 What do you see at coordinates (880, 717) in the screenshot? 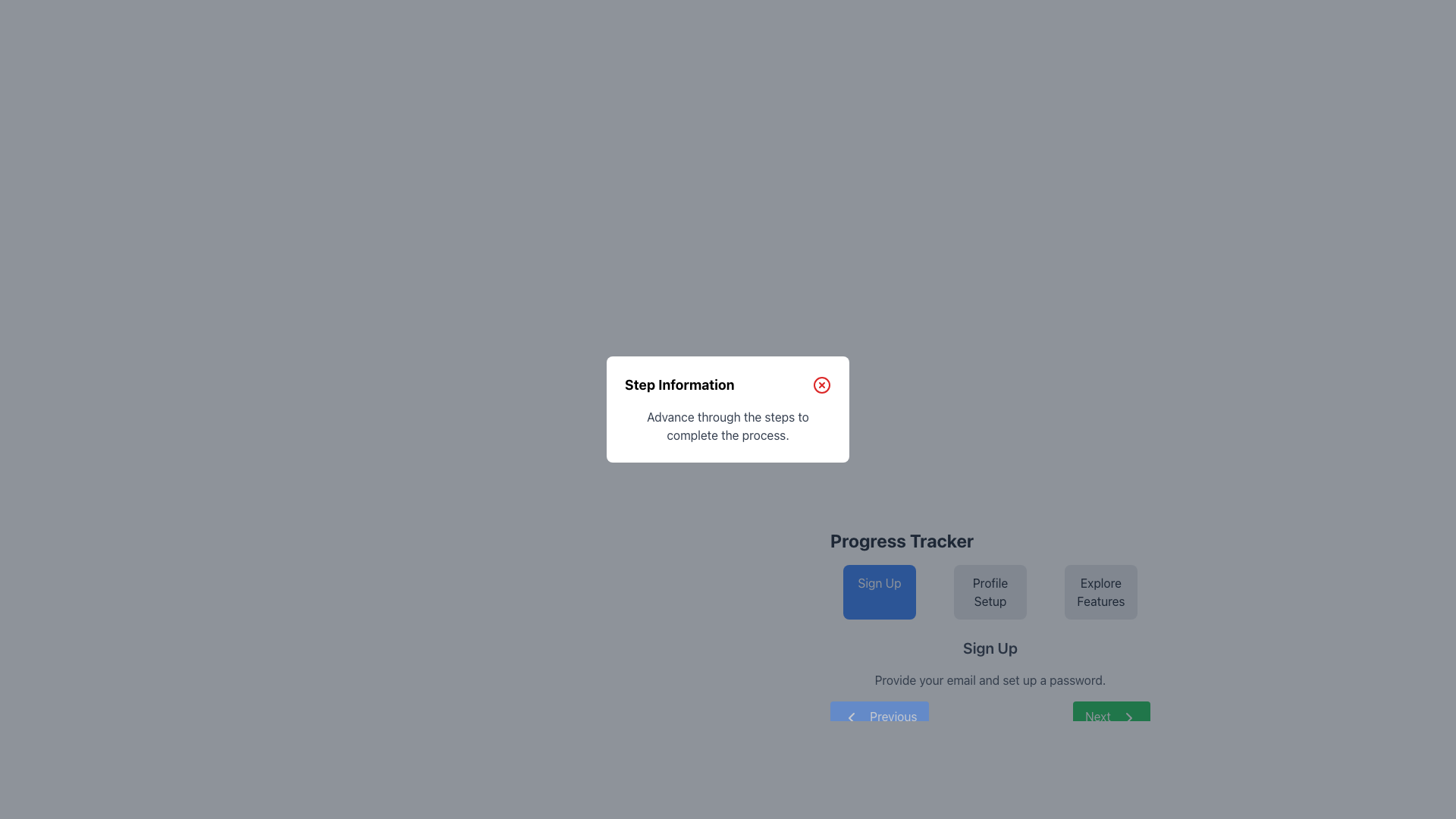
I see `the 'Previous' button, which is a rectangular button with a blue background and white text located at the bottom-center of the interface` at bounding box center [880, 717].